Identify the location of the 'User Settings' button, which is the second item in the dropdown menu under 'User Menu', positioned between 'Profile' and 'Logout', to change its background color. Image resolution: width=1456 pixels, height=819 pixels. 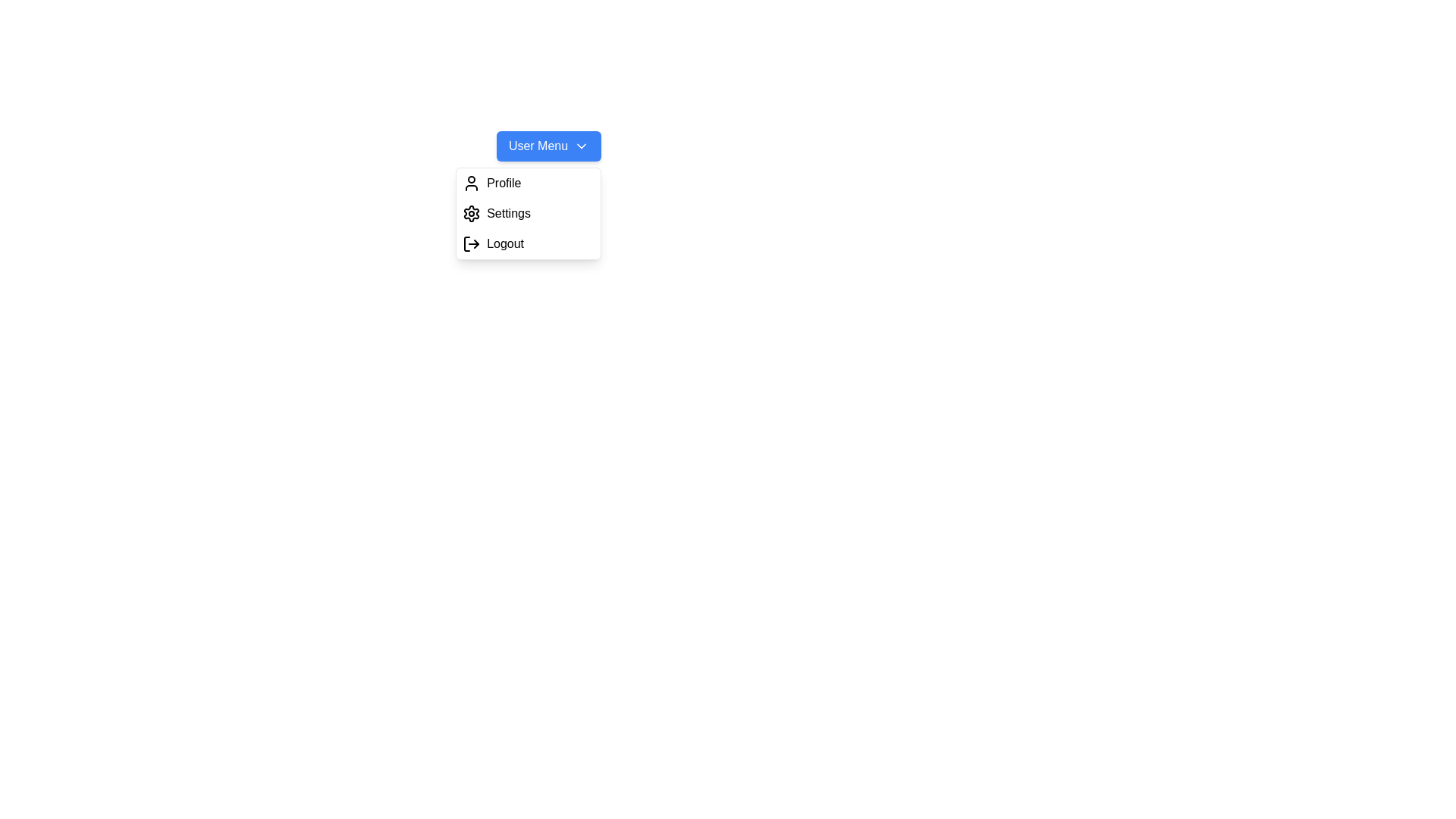
(529, 213).